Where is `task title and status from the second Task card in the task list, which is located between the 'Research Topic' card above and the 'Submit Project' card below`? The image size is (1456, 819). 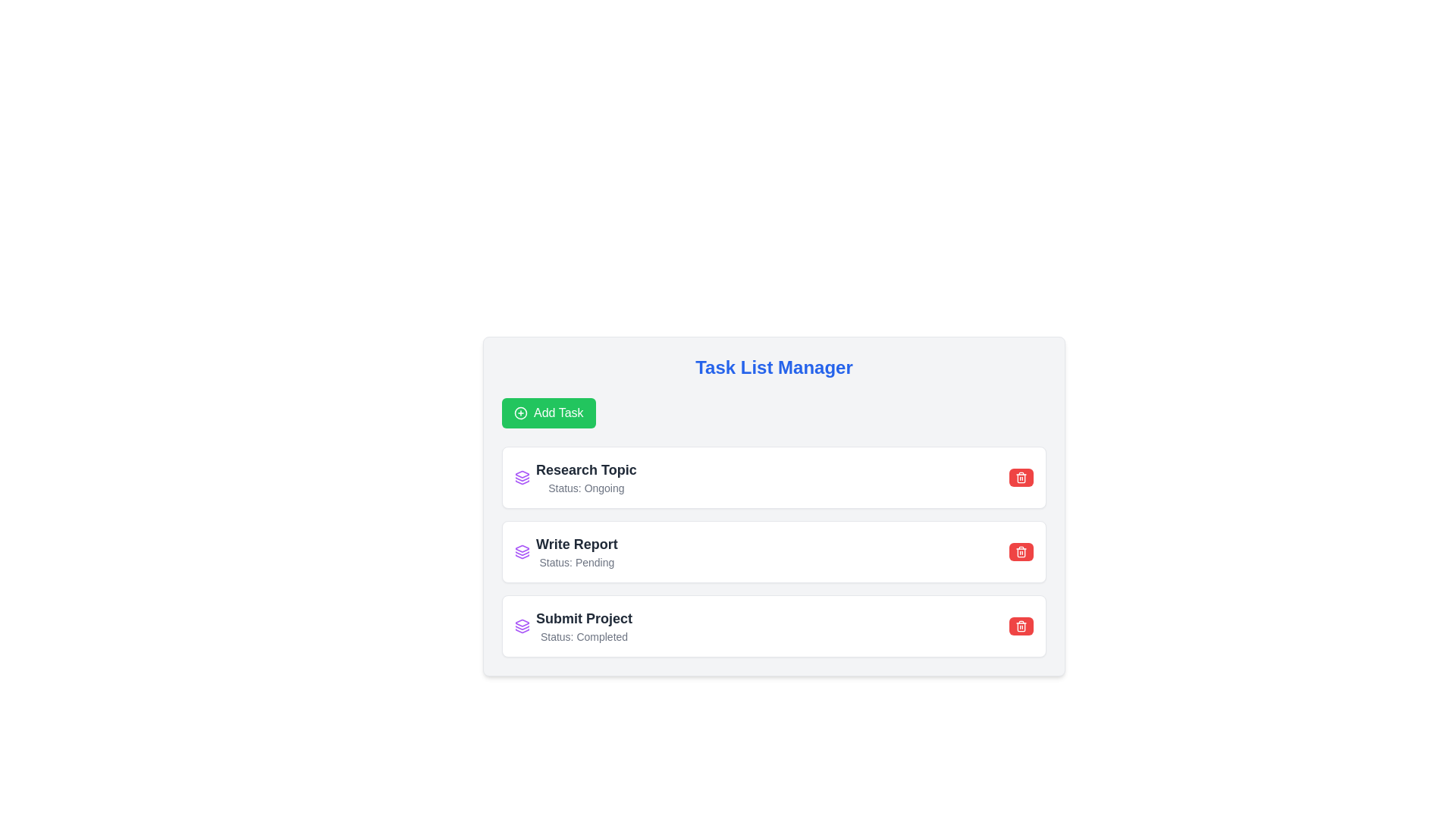 task title and status from the second Task card in the task list, which is located between the 'Research Topic' card above and the 'Submit Project' card below is located at coordinates (774, 552).